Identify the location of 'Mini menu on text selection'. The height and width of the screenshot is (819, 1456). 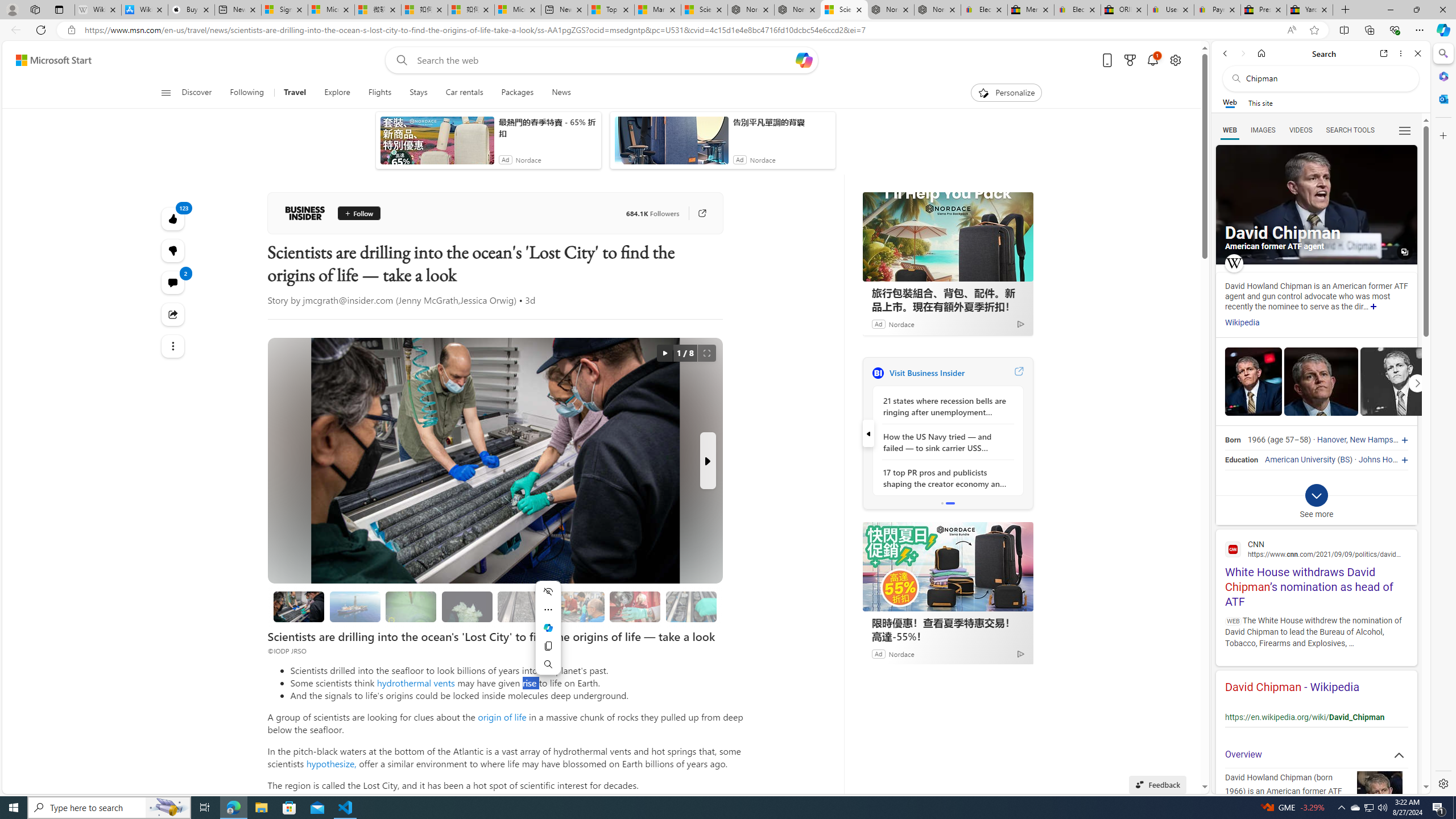
(547, 627).